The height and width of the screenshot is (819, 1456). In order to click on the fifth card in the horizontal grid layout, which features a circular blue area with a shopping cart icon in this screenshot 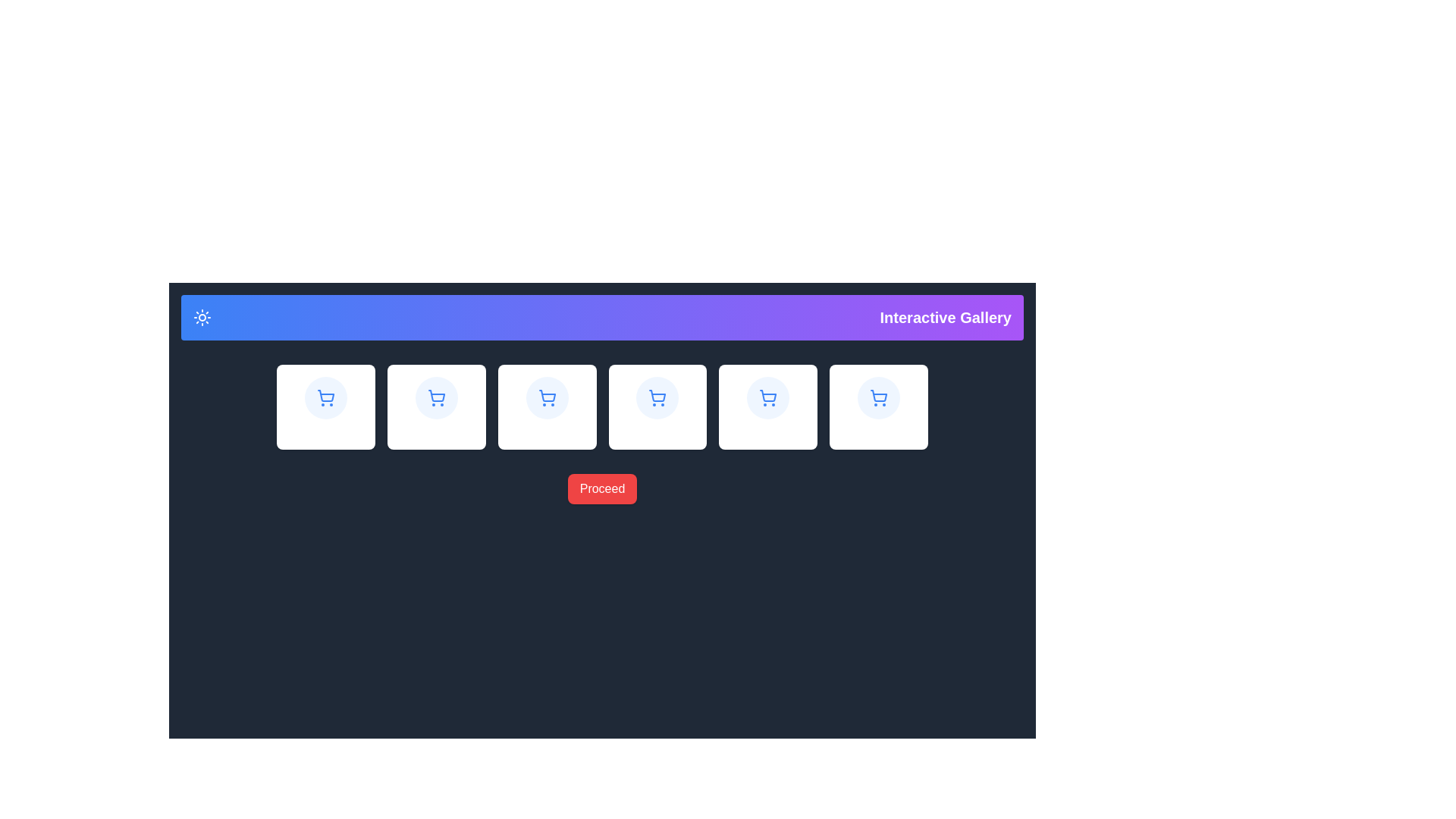, I will do `click(768, 406)`.